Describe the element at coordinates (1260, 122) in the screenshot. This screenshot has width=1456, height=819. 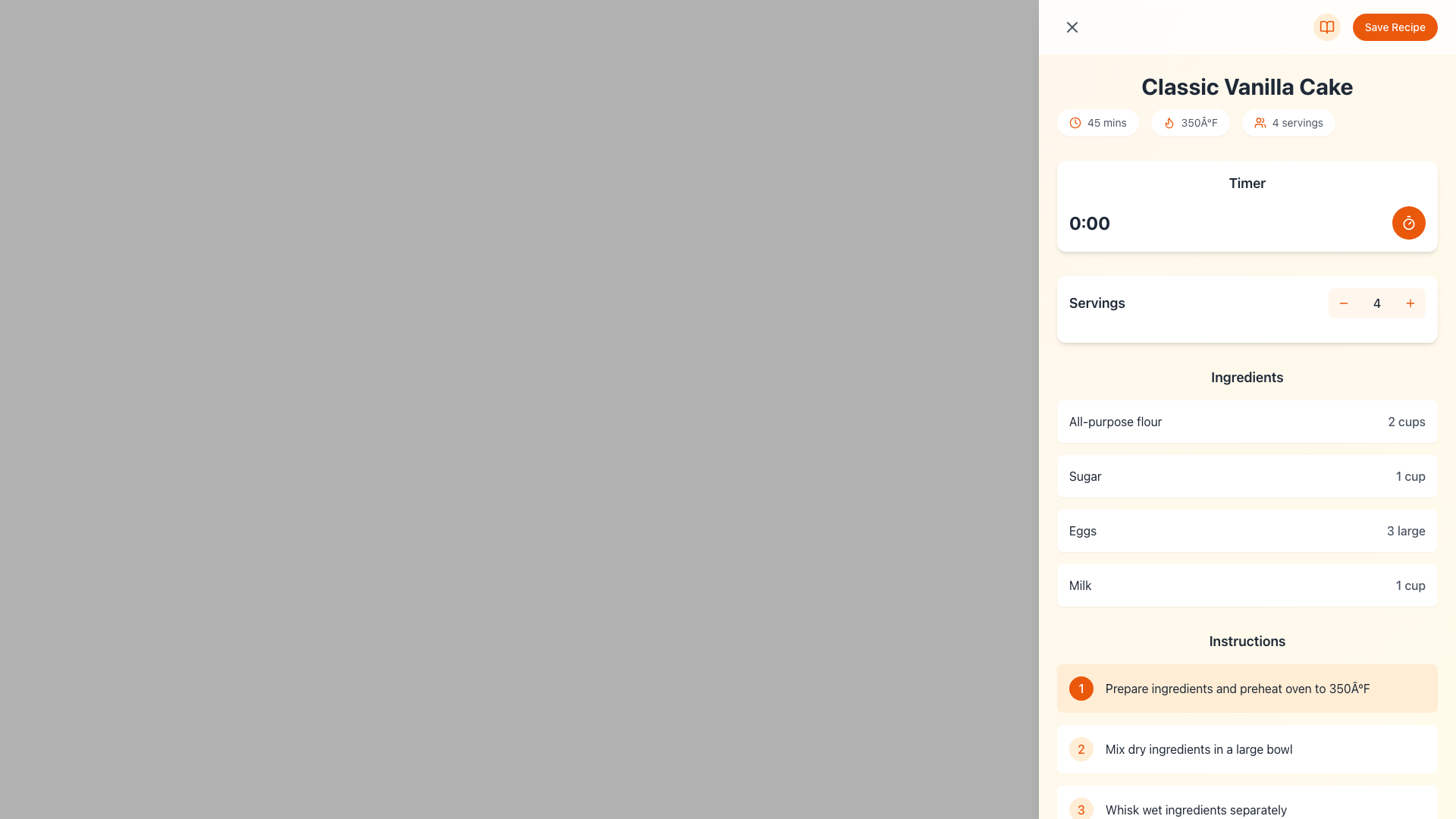
I see `the orange-colored icon resembling a group of two people, located next to the '4 servings' text, beneath the title 'Classic Vanilla Cake'` at that location.